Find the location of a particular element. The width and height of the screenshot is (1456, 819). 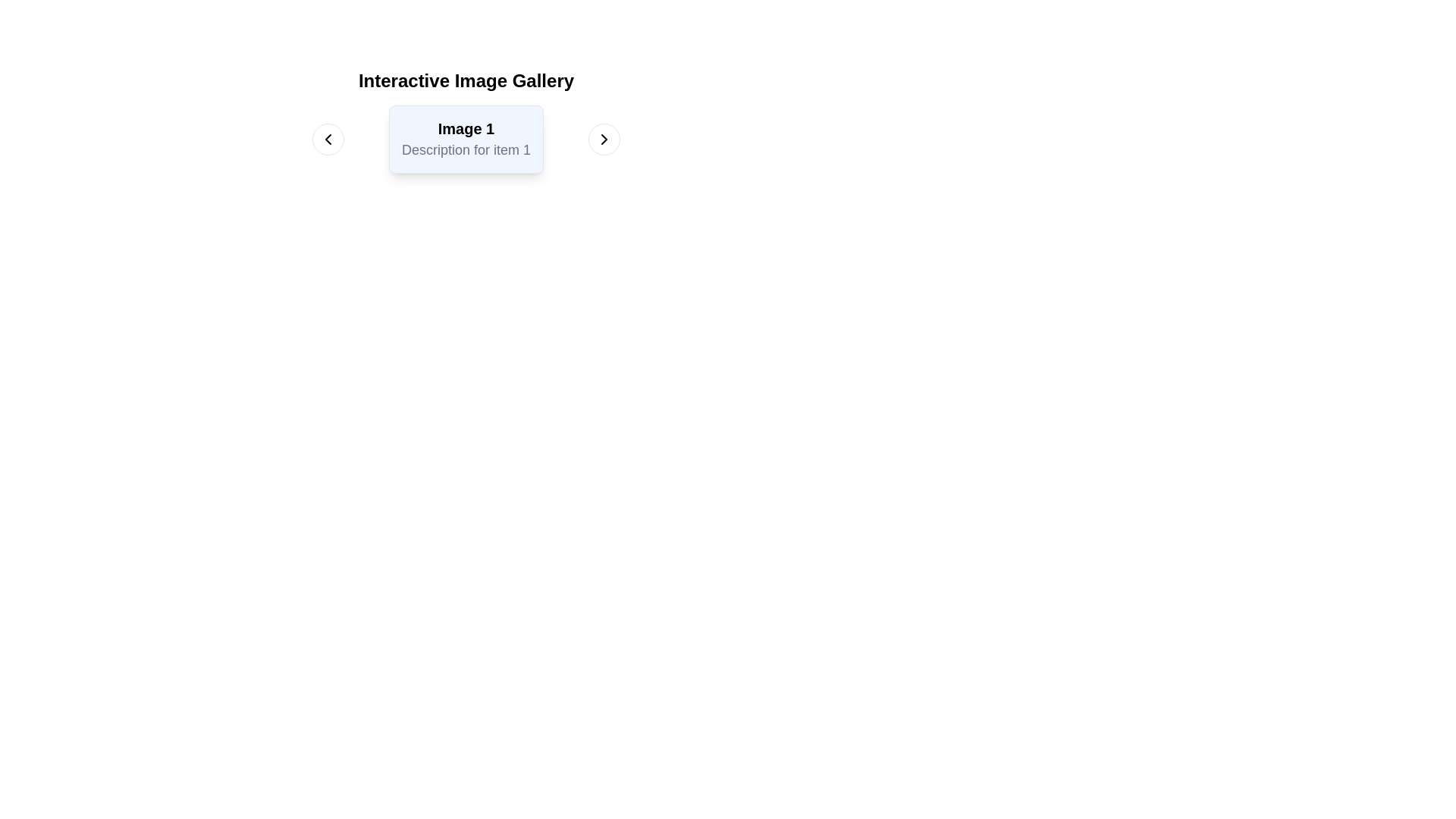

the right-pointing chevron icon inside the rightward navigation button of the interactive image gallery is located at coordinates (603, 140).